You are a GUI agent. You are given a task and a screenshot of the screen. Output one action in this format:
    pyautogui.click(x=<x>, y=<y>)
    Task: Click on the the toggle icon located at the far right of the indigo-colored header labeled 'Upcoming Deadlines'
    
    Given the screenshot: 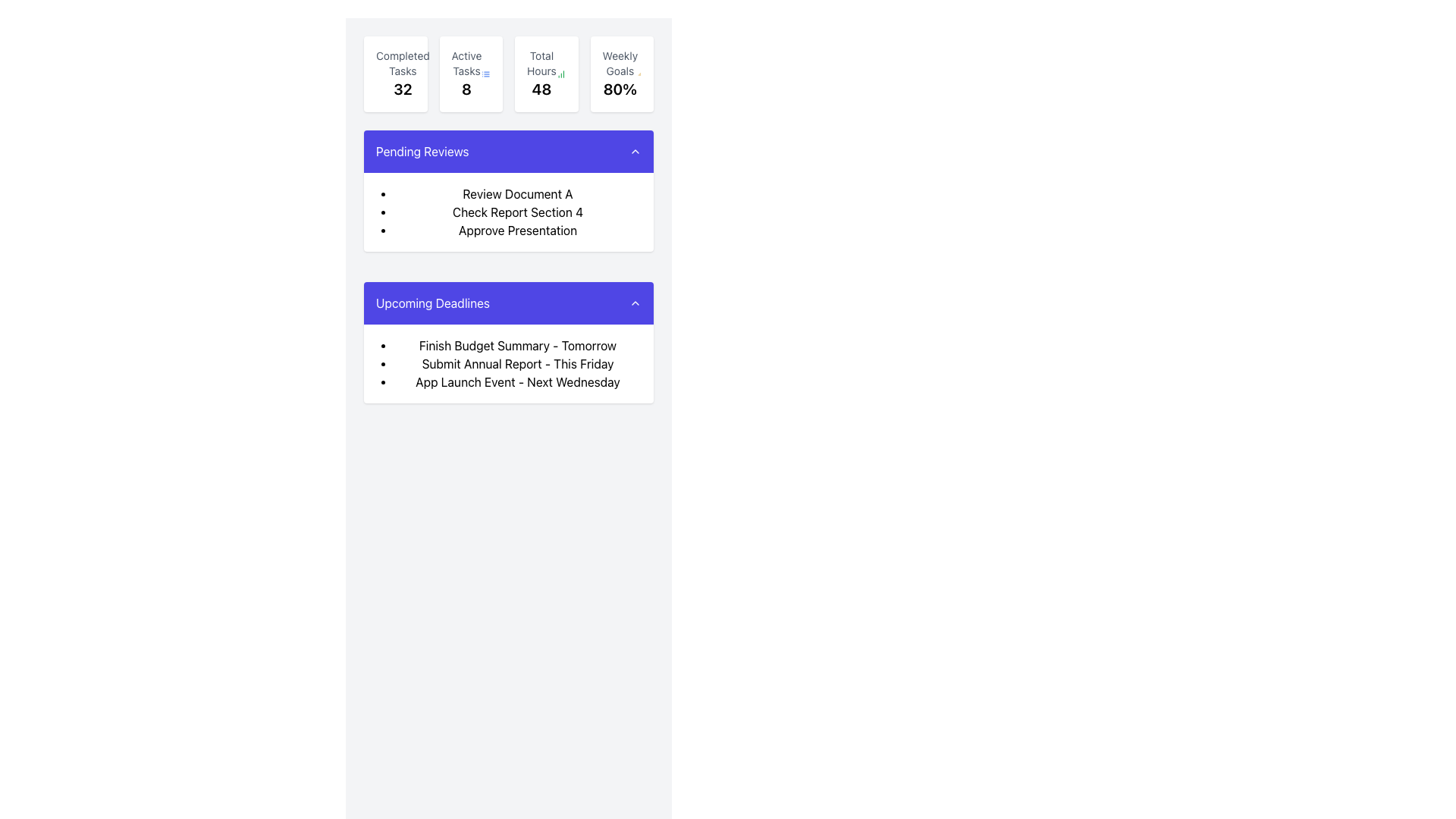 What is the action you would take?
    pyautogui.click(x=635, y=303)
    